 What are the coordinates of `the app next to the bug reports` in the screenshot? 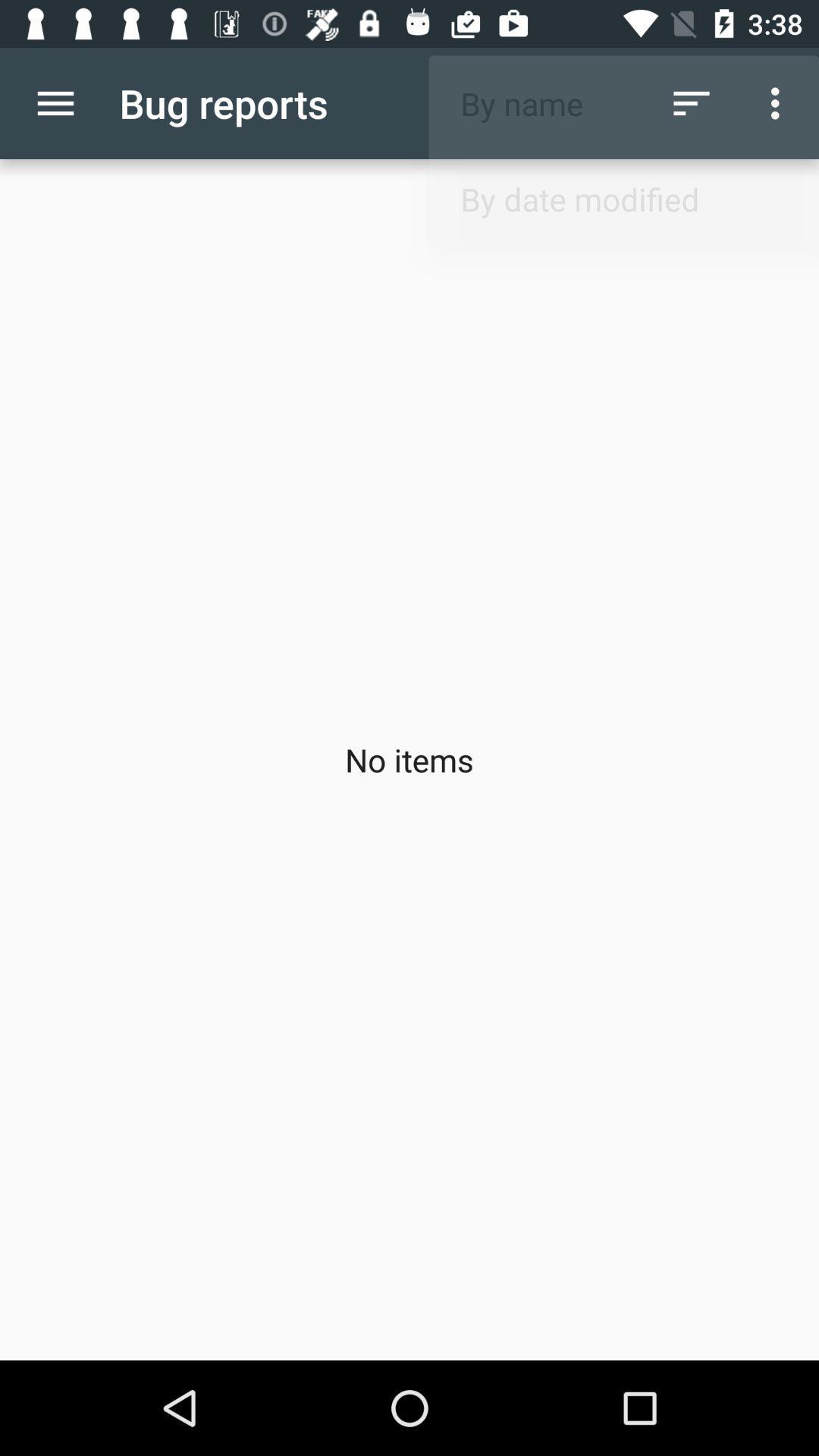 It's located at (691, 102).